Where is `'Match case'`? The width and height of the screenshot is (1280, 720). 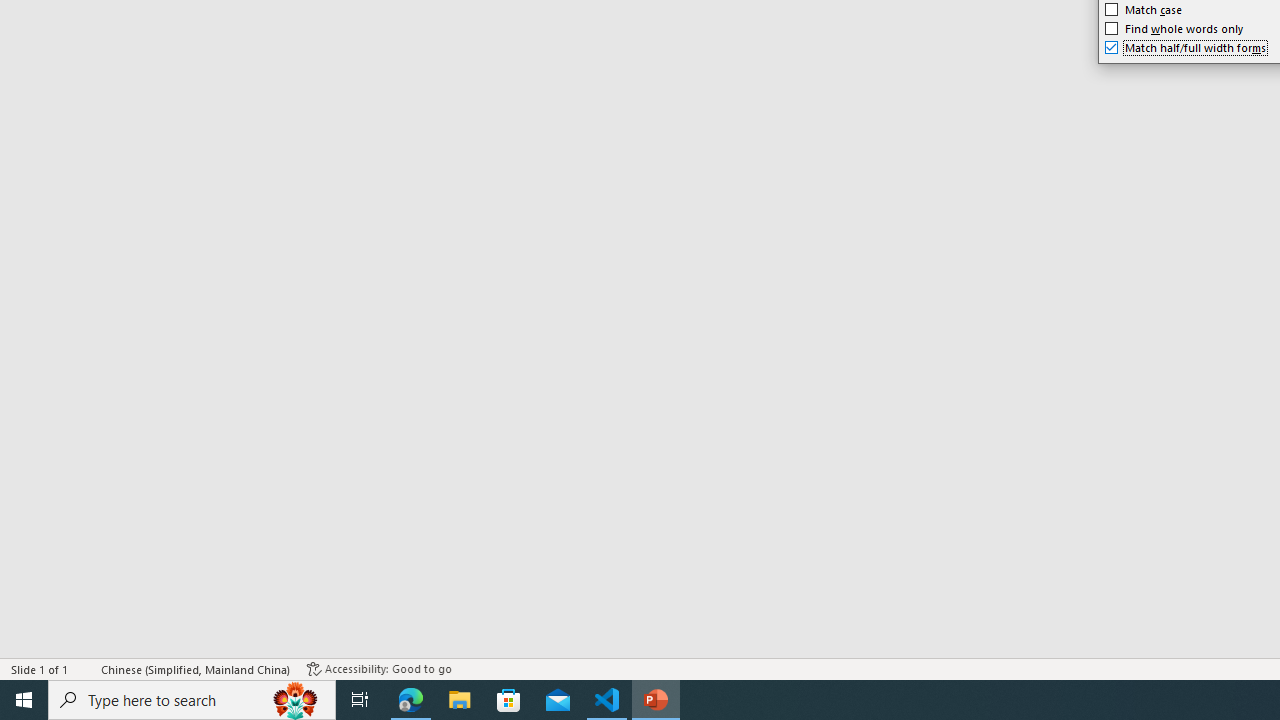
'Match case' is located at coordinates (1144, 10).